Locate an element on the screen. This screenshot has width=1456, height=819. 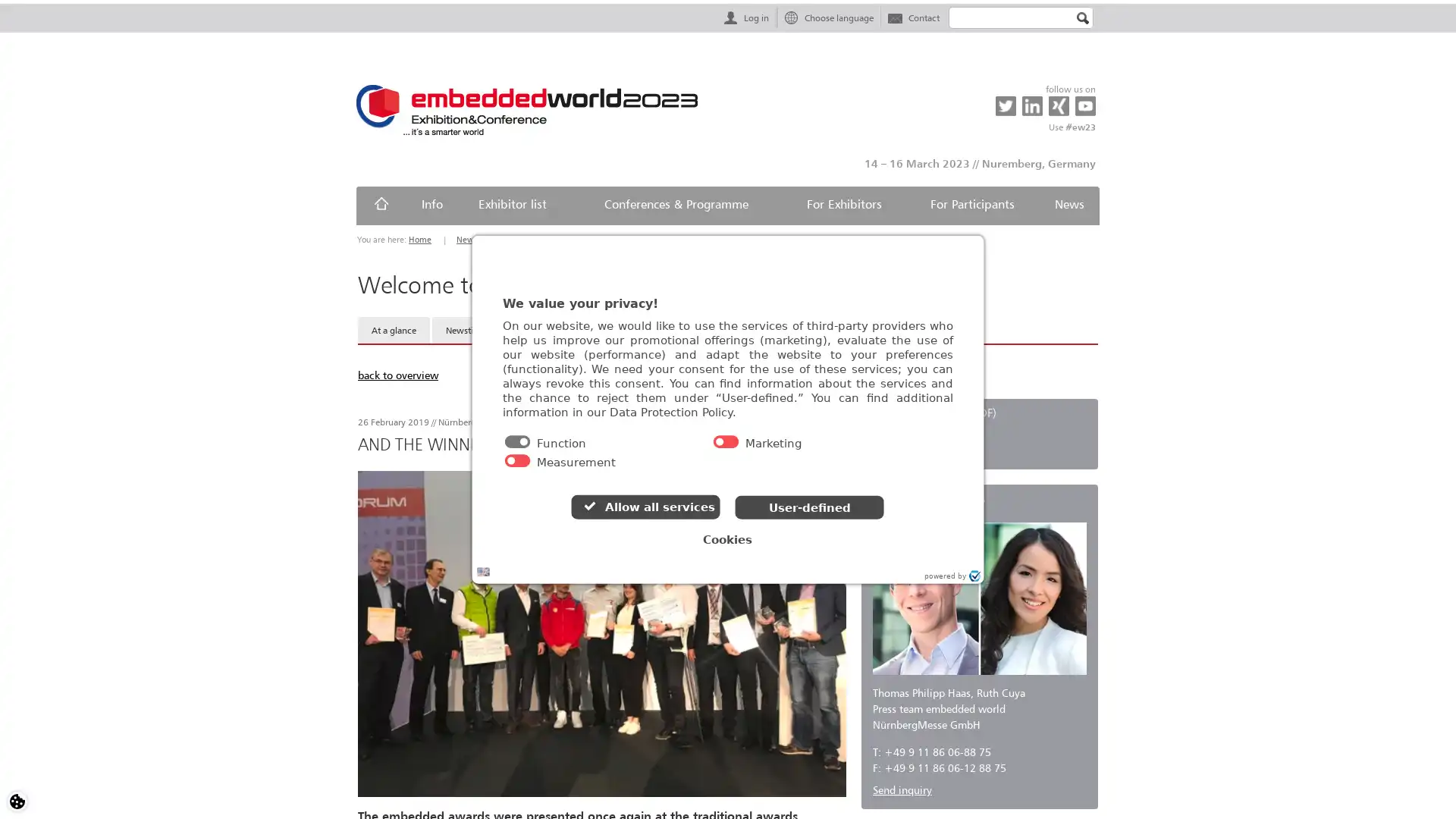
Allow all services is located at coordinates (644, 513).